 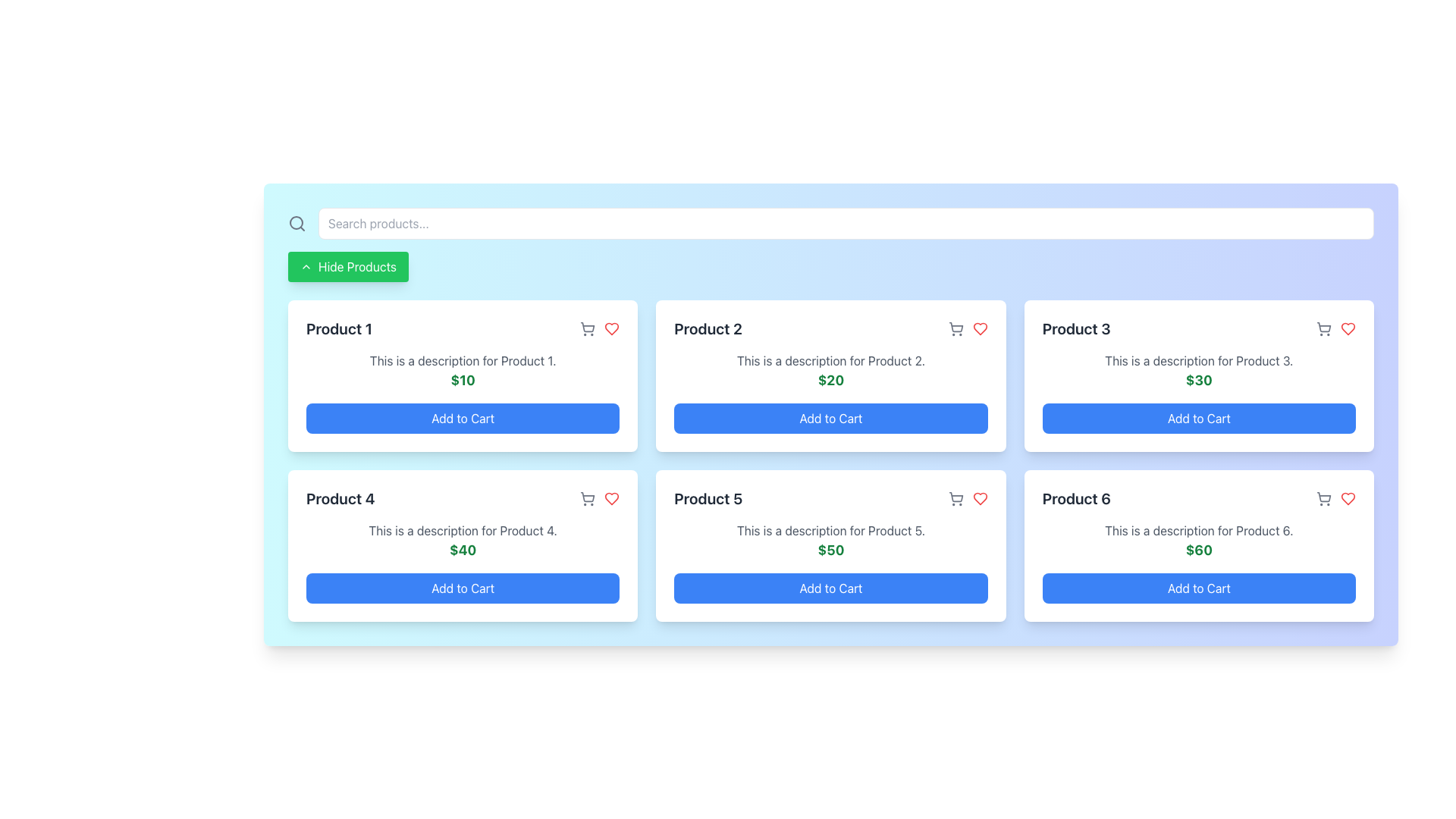 What do you see at coordinates (980, 328) in the screenshot?
I see `the heart icon located in the top-right corner of the product card for 'Product 2'` at bounding box center [980, 328].